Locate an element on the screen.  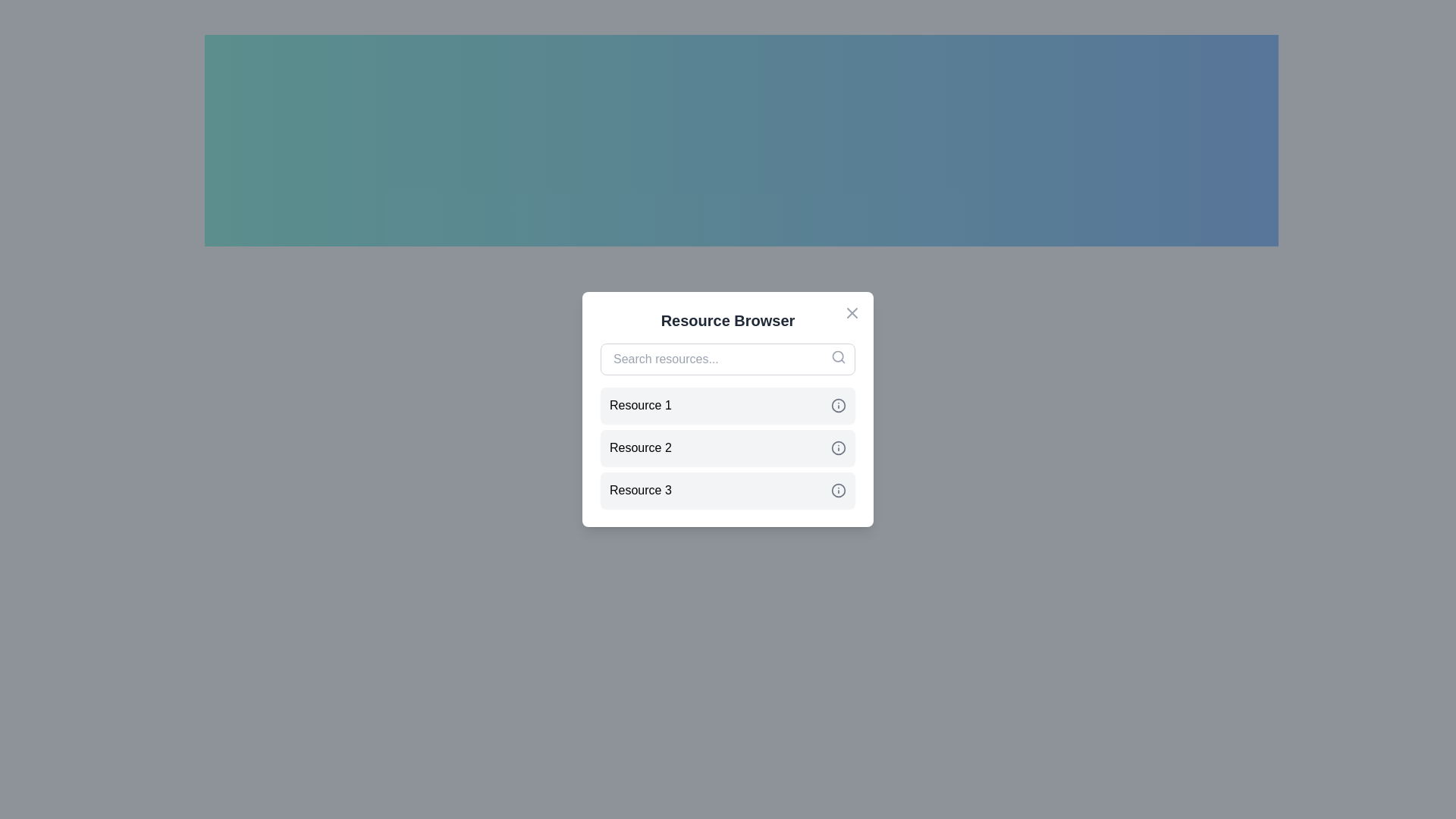
the circular lens part of the magnifying glass icon located in the top-right corner of the search bar within the 'Resource Browser' modal is located at coordinates (837, 356).